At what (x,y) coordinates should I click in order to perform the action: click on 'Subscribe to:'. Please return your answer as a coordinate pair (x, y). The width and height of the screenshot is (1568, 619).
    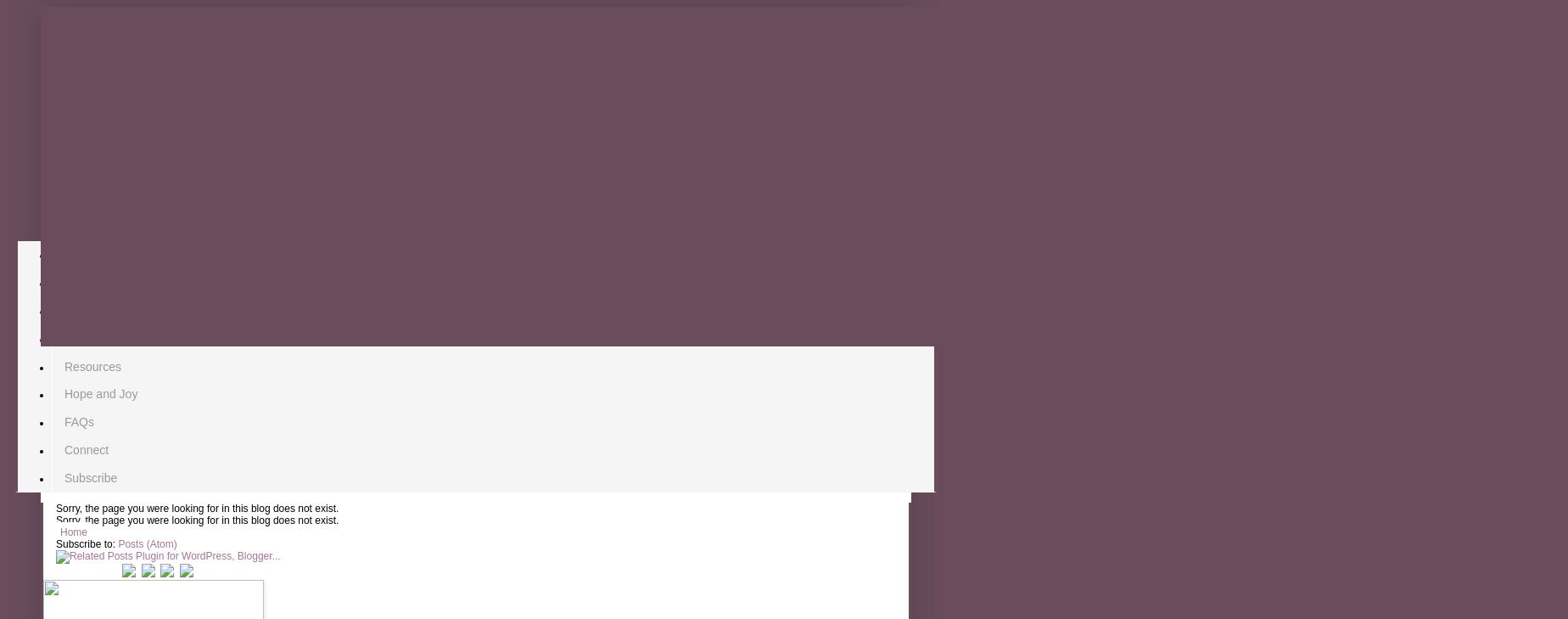
    Looking at the image, I should click on (87, 544).